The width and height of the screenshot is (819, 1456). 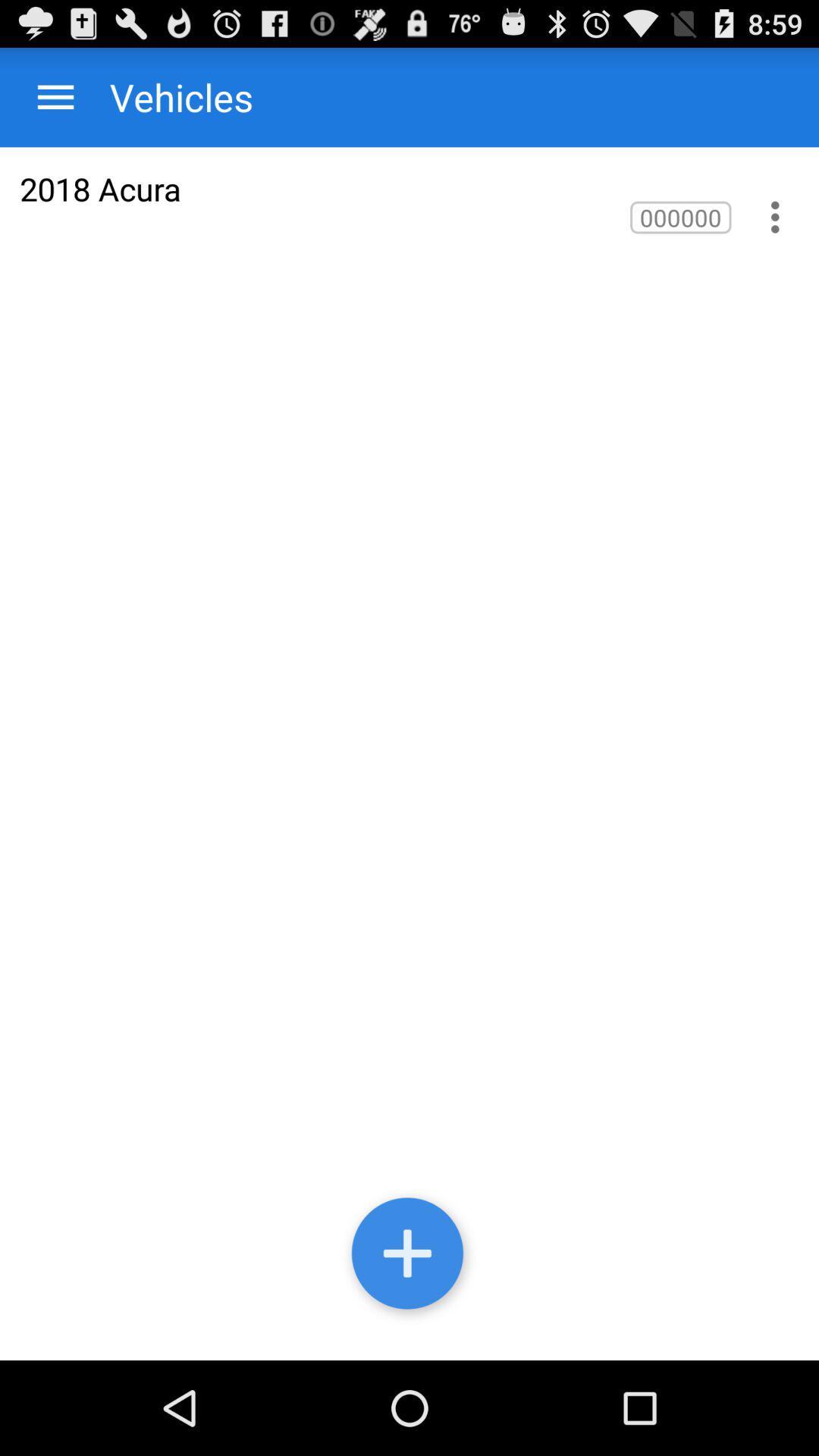 What do you see at coordinates (679, 216) in the screenshot?
I see `the item next to 2018 acura` at bounding box center [679, 216].